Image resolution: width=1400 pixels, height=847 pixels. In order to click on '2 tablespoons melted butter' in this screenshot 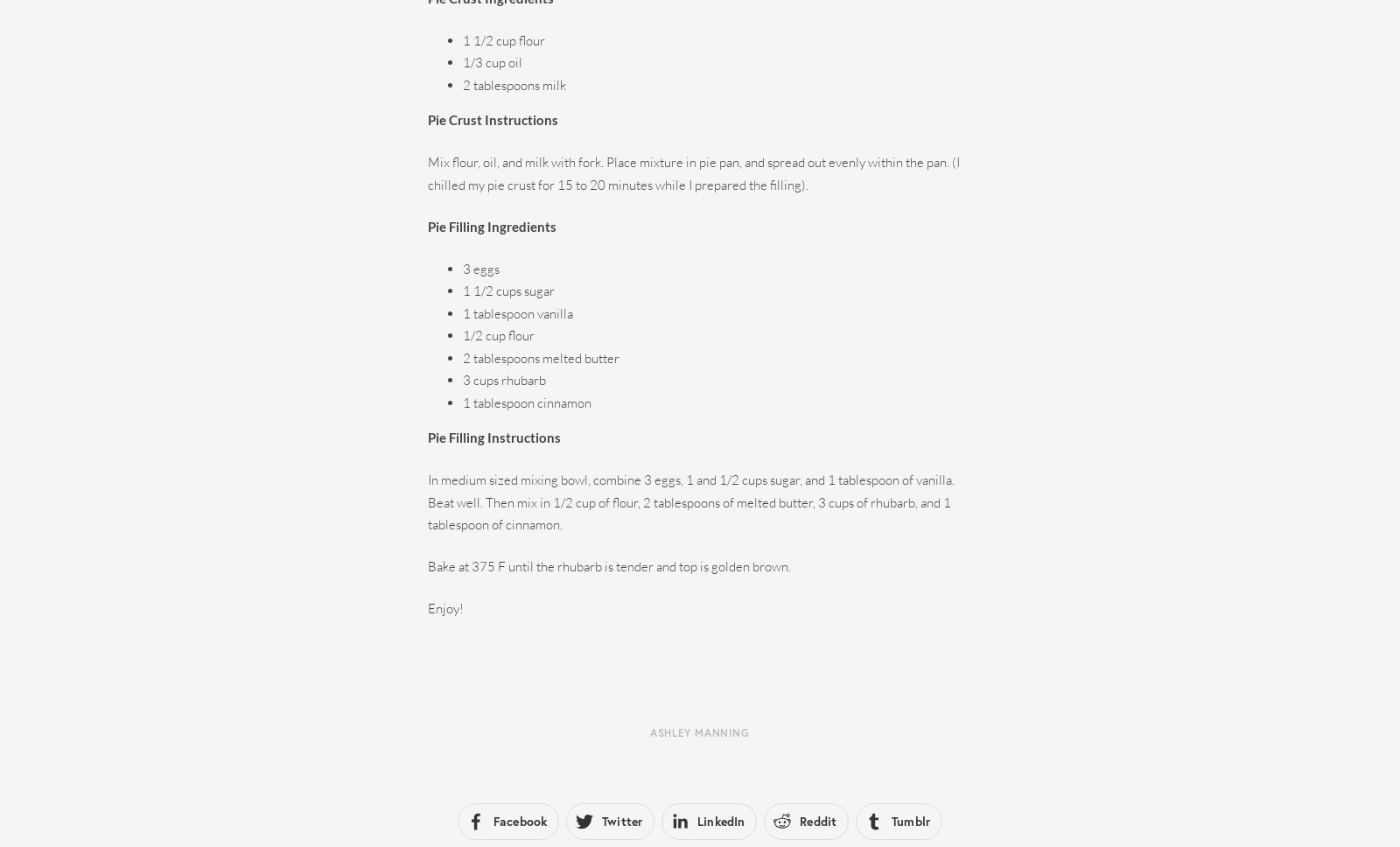, I will do `click(461, 357)`.